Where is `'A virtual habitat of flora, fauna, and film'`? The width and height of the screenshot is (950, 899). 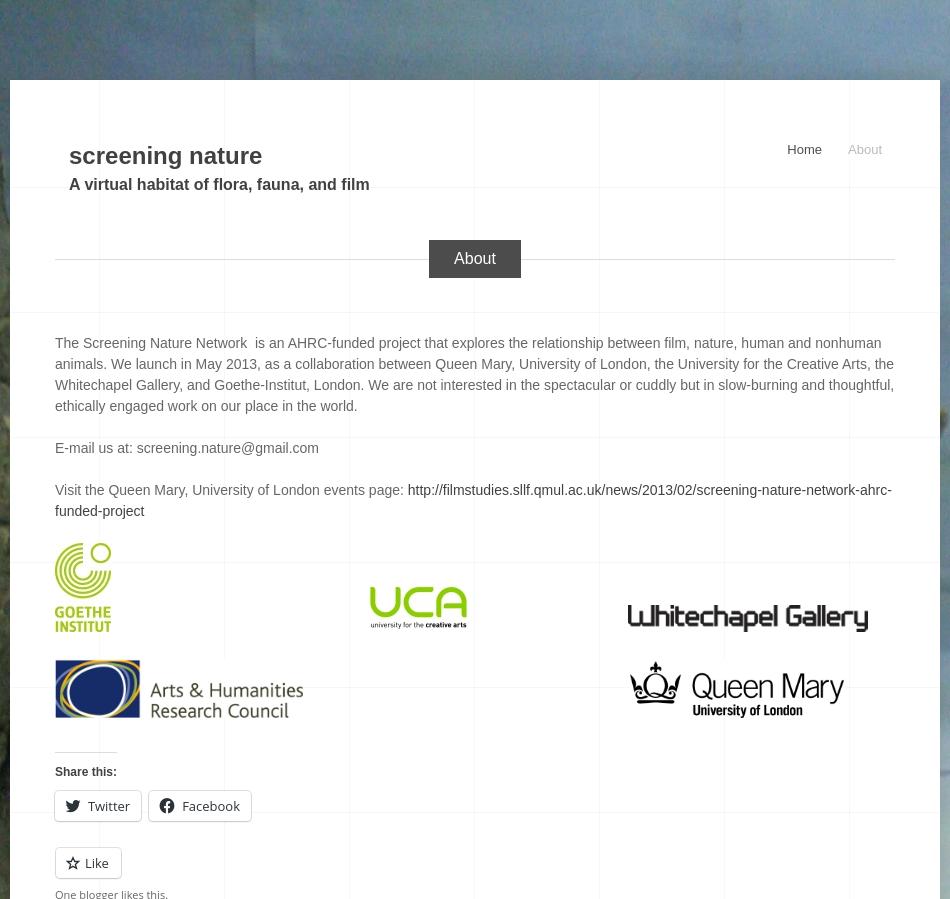 'A virtual habitat of flora, fauna, and film' is located at coordinates (218, 183).